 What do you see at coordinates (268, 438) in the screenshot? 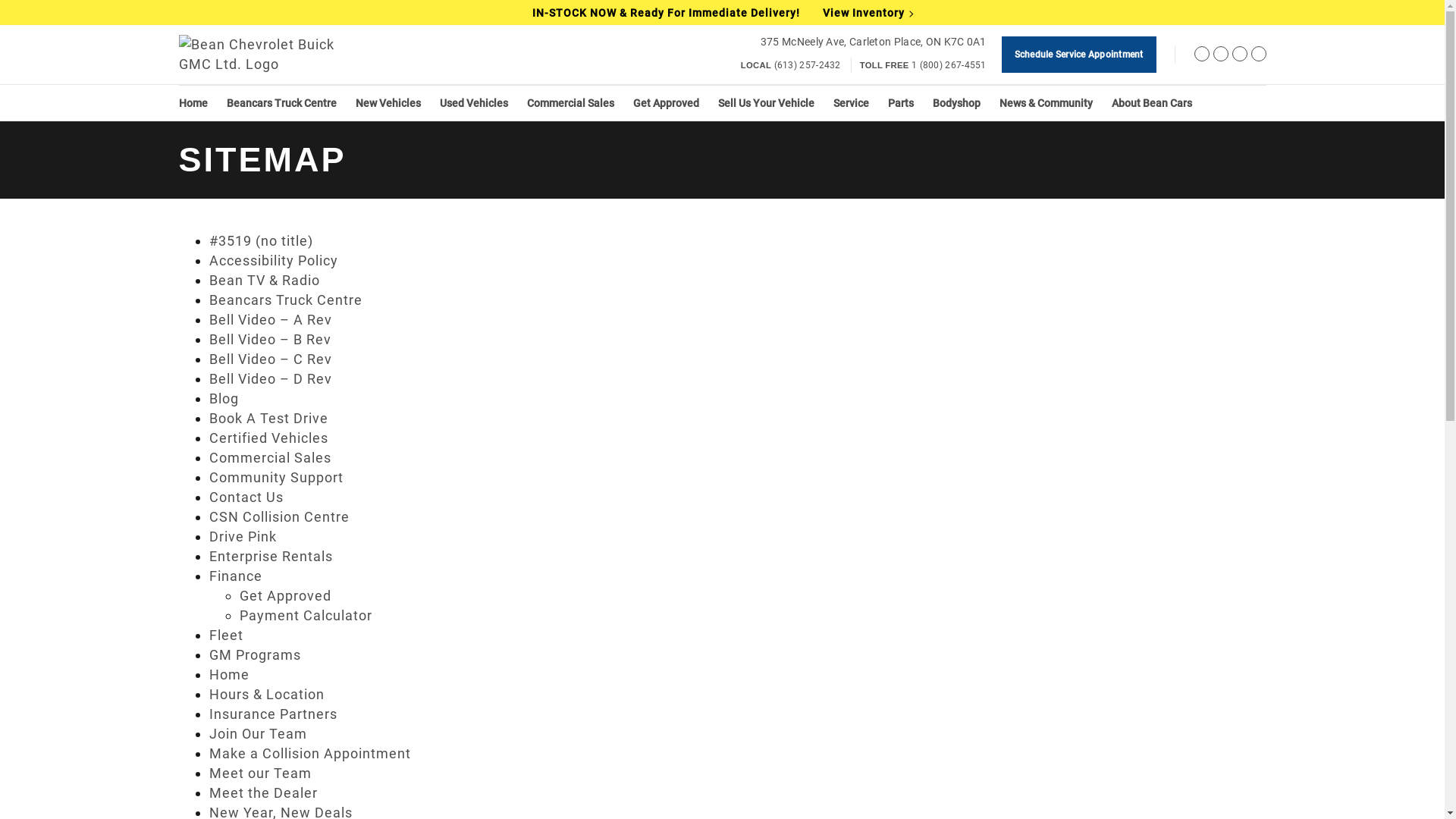
I see `'Certified Vehicles'` at bounding box center [268, 438].